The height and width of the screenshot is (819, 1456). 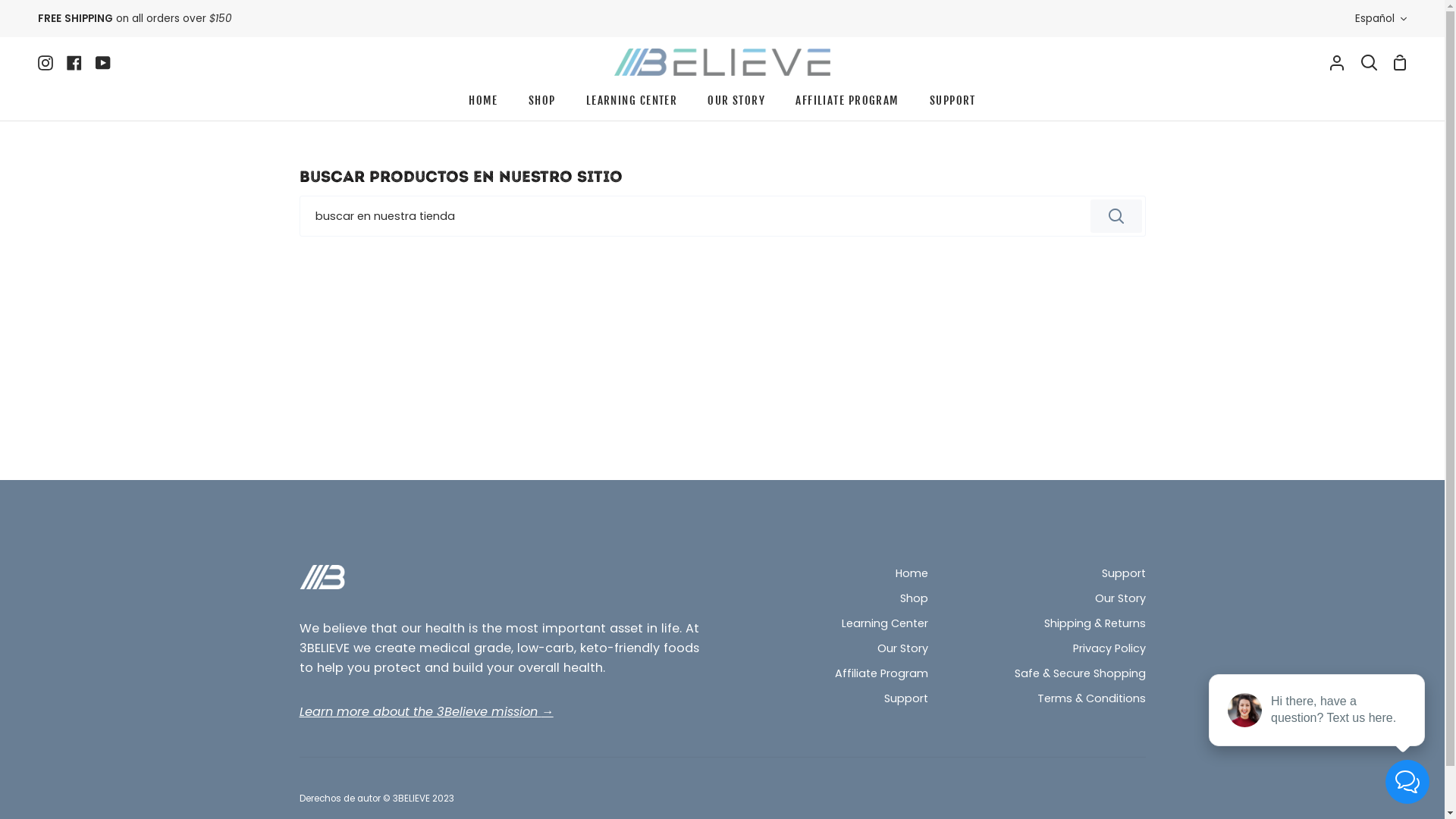 What do you see at coordinates (1109, 648) in the screenshot?
I see `'Privacy Policy'` at bounding box center [1109, 648].